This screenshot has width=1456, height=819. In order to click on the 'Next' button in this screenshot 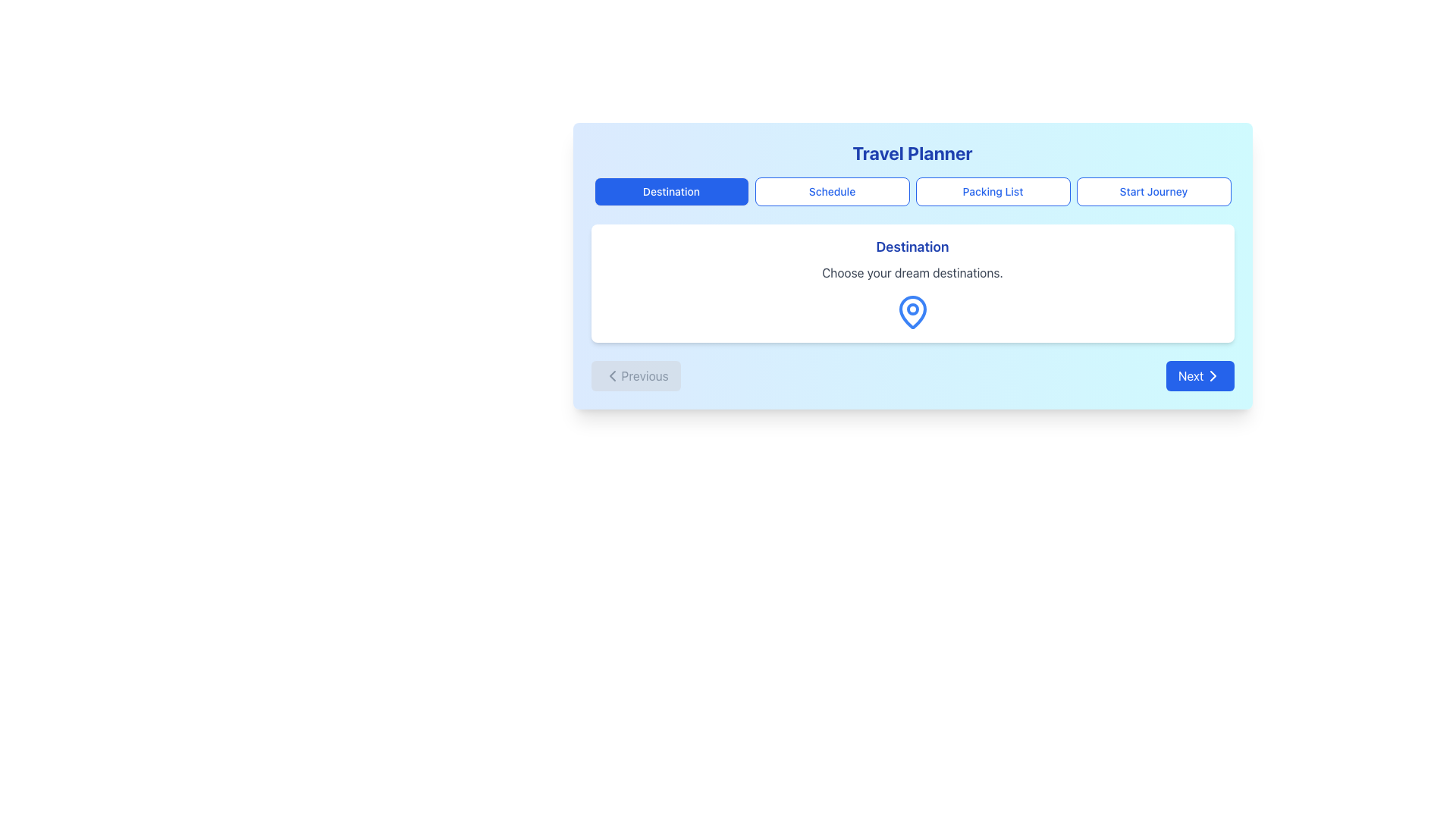, I will do `click(1212, 375)`.